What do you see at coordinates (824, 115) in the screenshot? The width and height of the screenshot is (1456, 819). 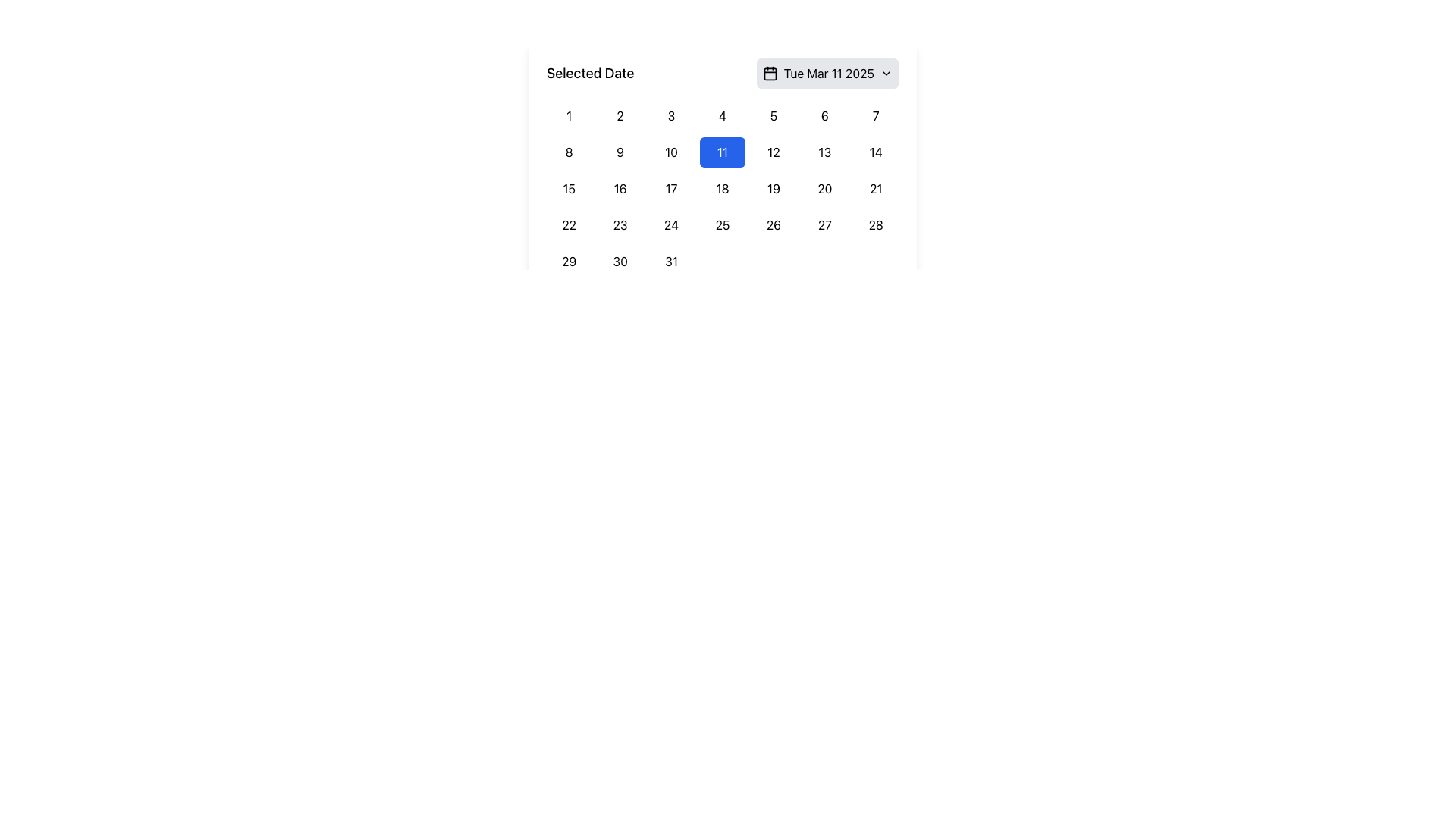 I see `the button labeled '6'` at bounding box center [824, 115].